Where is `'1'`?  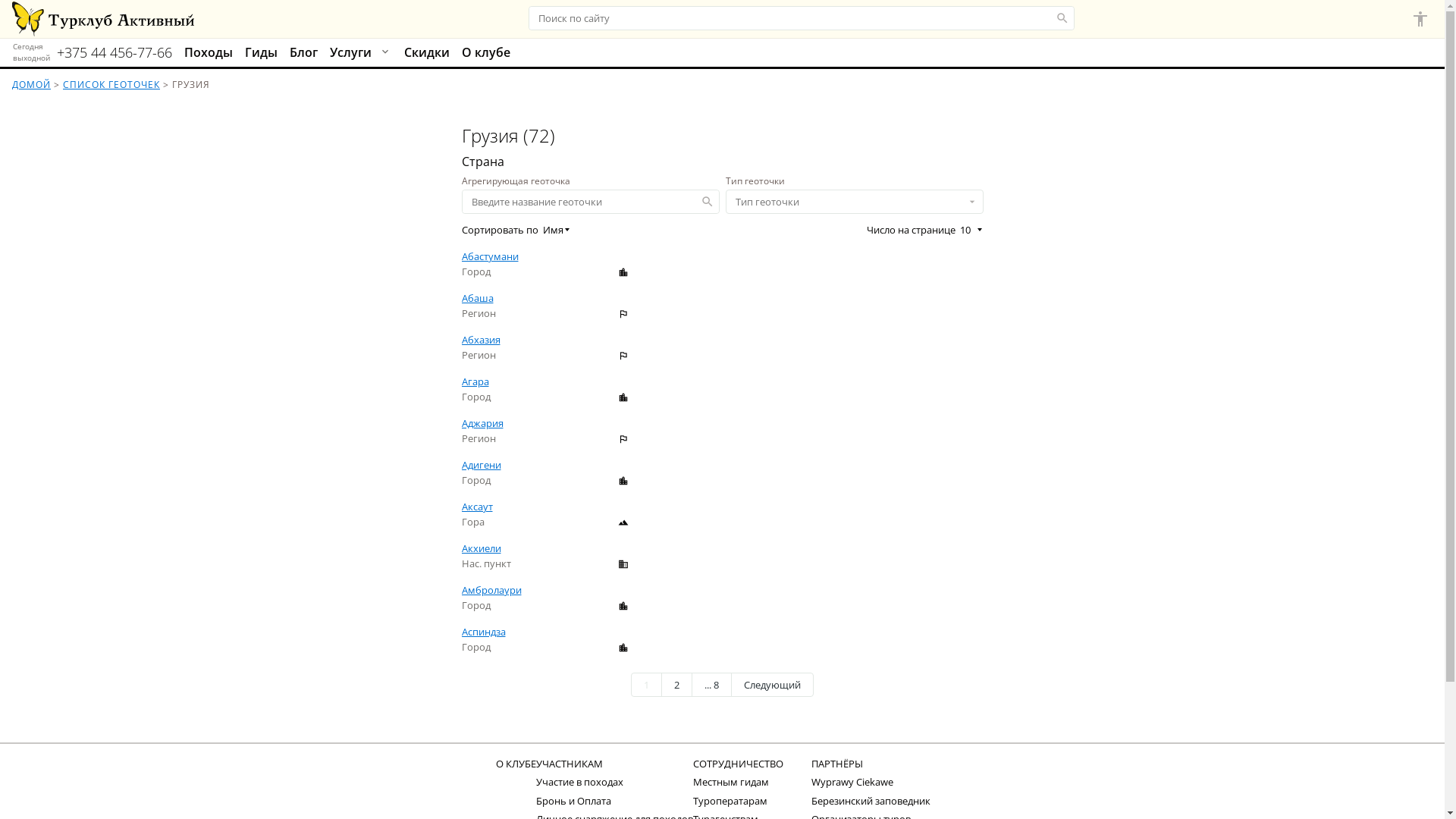 '1' is located at coordinates (646, 684).